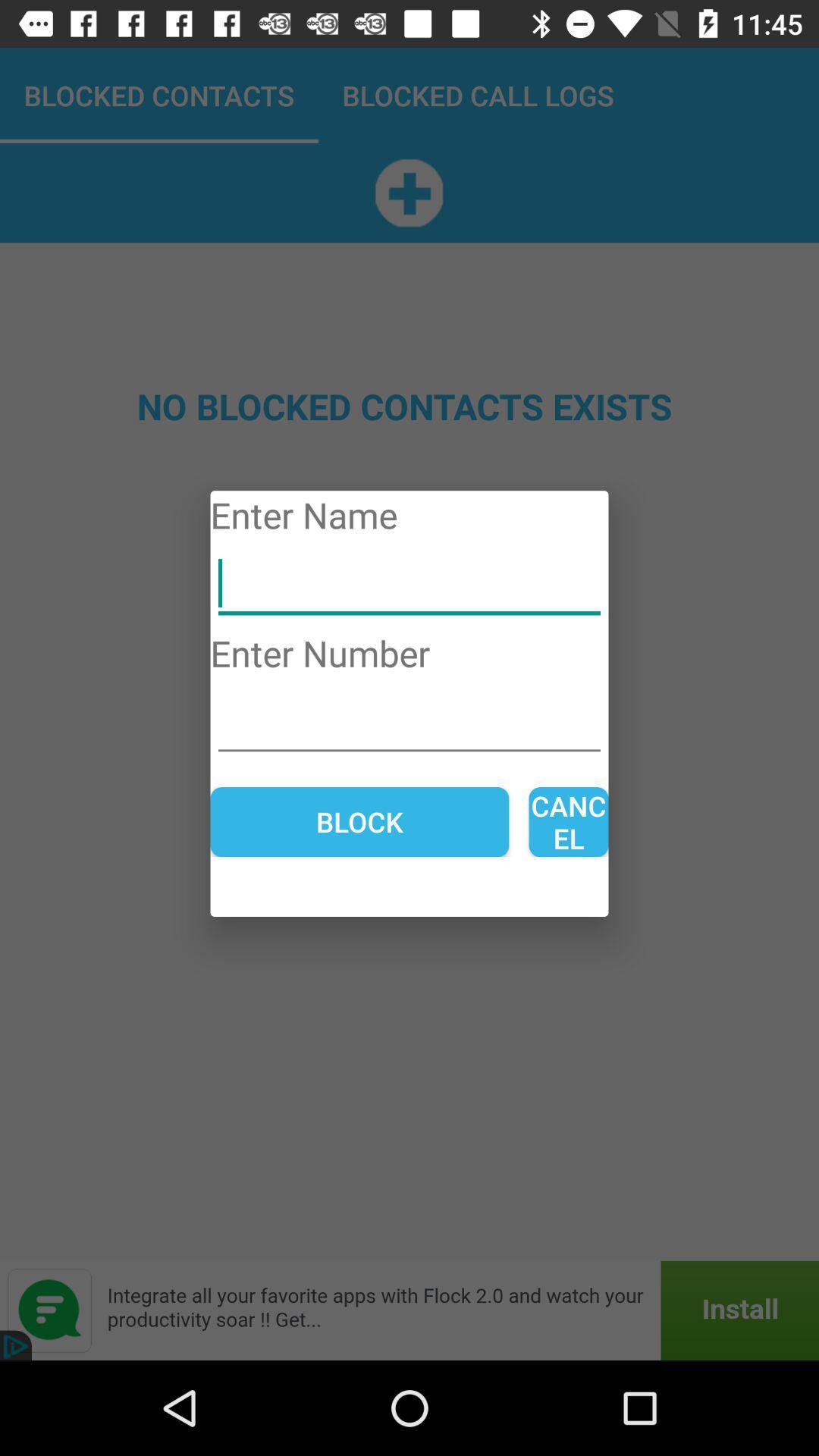  Describe the element at coordinates (568, 821) in the screenshot. I see `the button to the right of block item` at that location.